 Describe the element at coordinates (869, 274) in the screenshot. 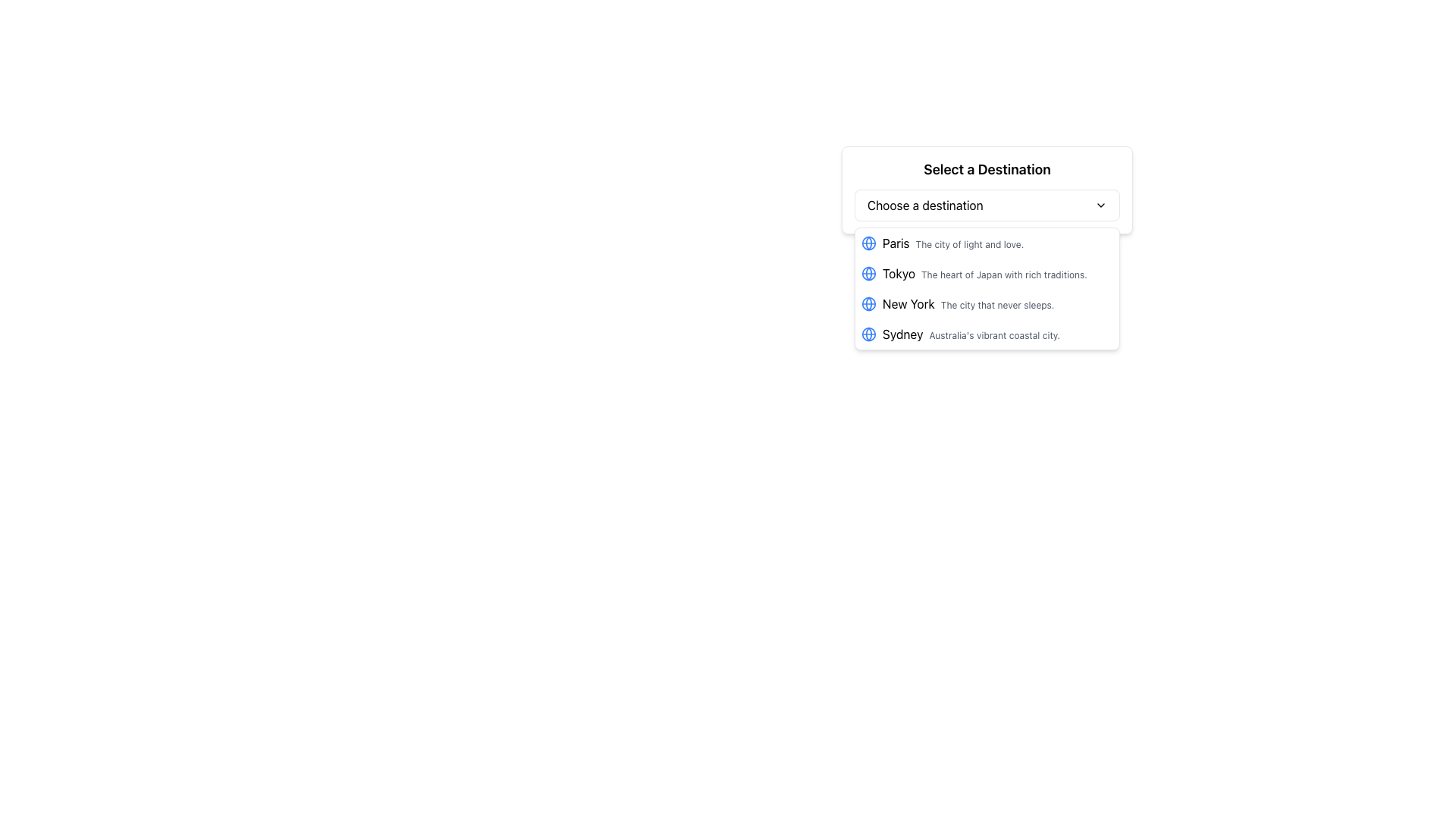

I see `geographical icon related to 'Tokyo', positioned to the left of the text 'Tokyo The heart of Japan with rich traditions'` at that location.